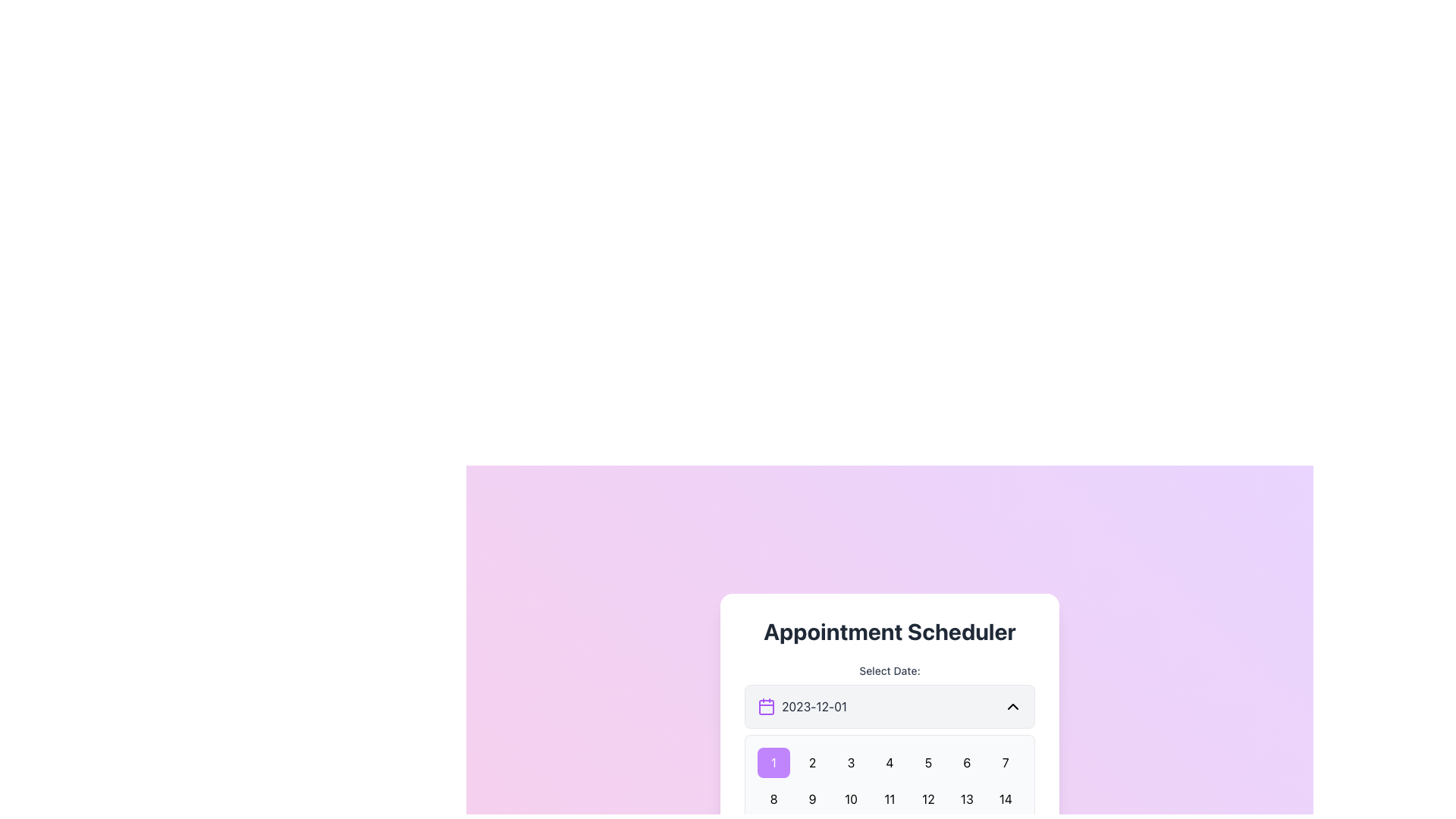  I want to click on the rounded rectangular button with the number '8' in the second row, first column of the date selector grid, so click(773, 799).